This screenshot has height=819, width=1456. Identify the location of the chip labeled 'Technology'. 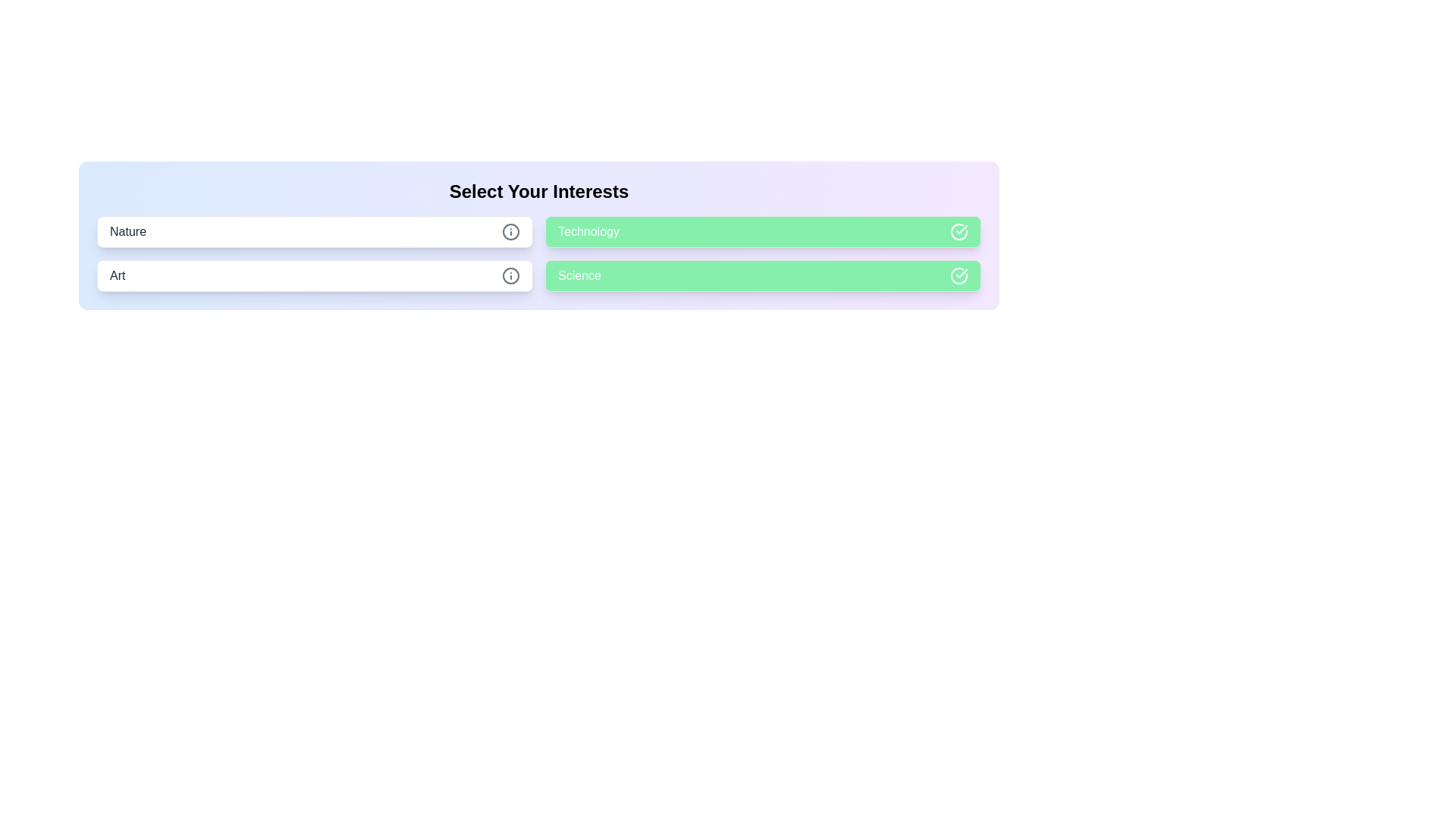
(763, 231).